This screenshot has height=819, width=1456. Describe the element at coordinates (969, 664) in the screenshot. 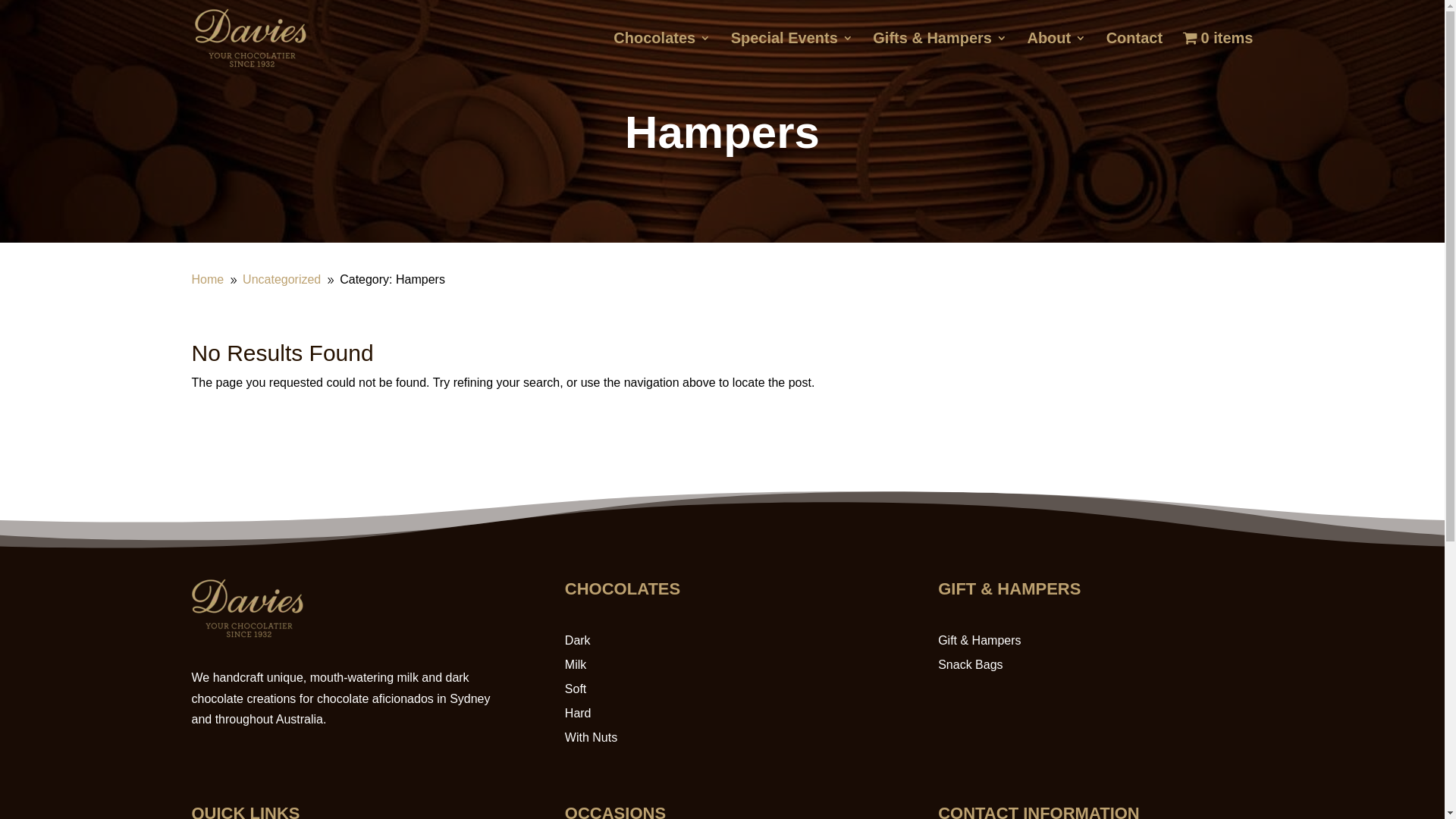

I see `'Snack Bags'` at that location.